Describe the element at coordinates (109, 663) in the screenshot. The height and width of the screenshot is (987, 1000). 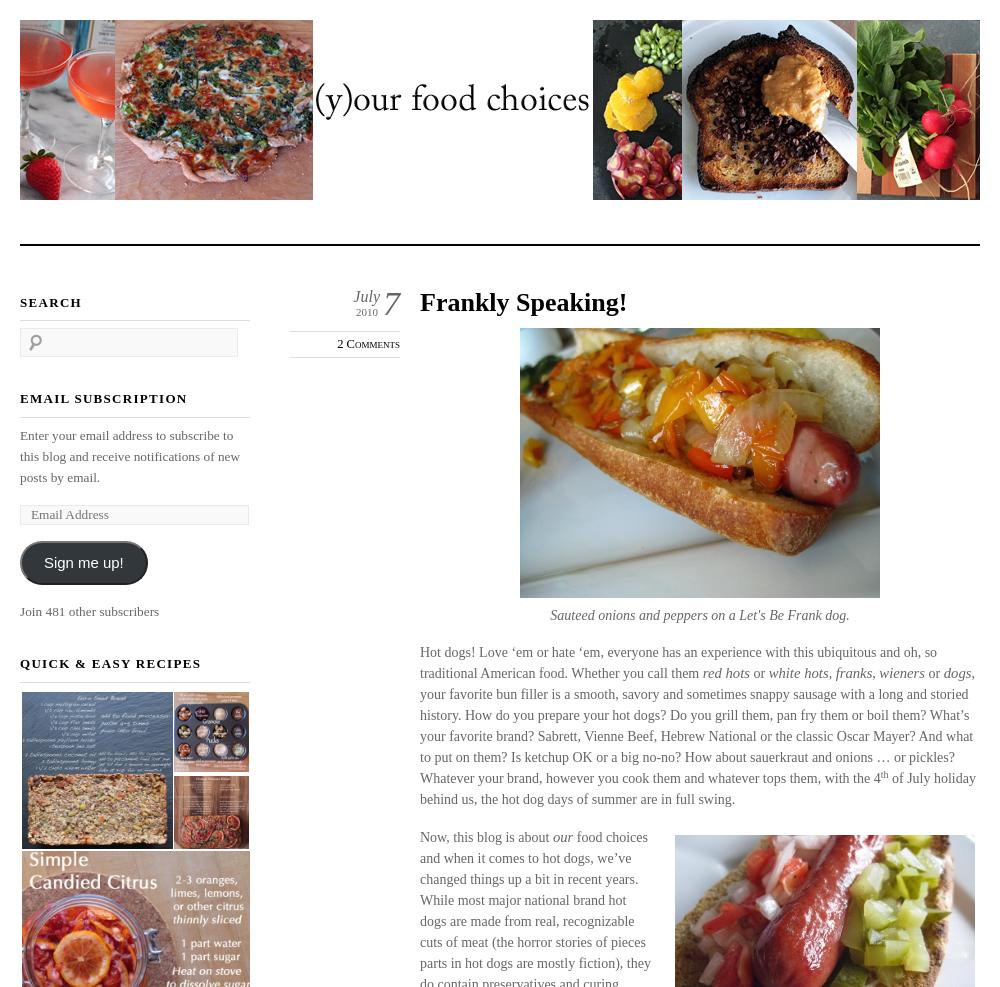
I see `'Quick & Easy Recipes'` at that location.